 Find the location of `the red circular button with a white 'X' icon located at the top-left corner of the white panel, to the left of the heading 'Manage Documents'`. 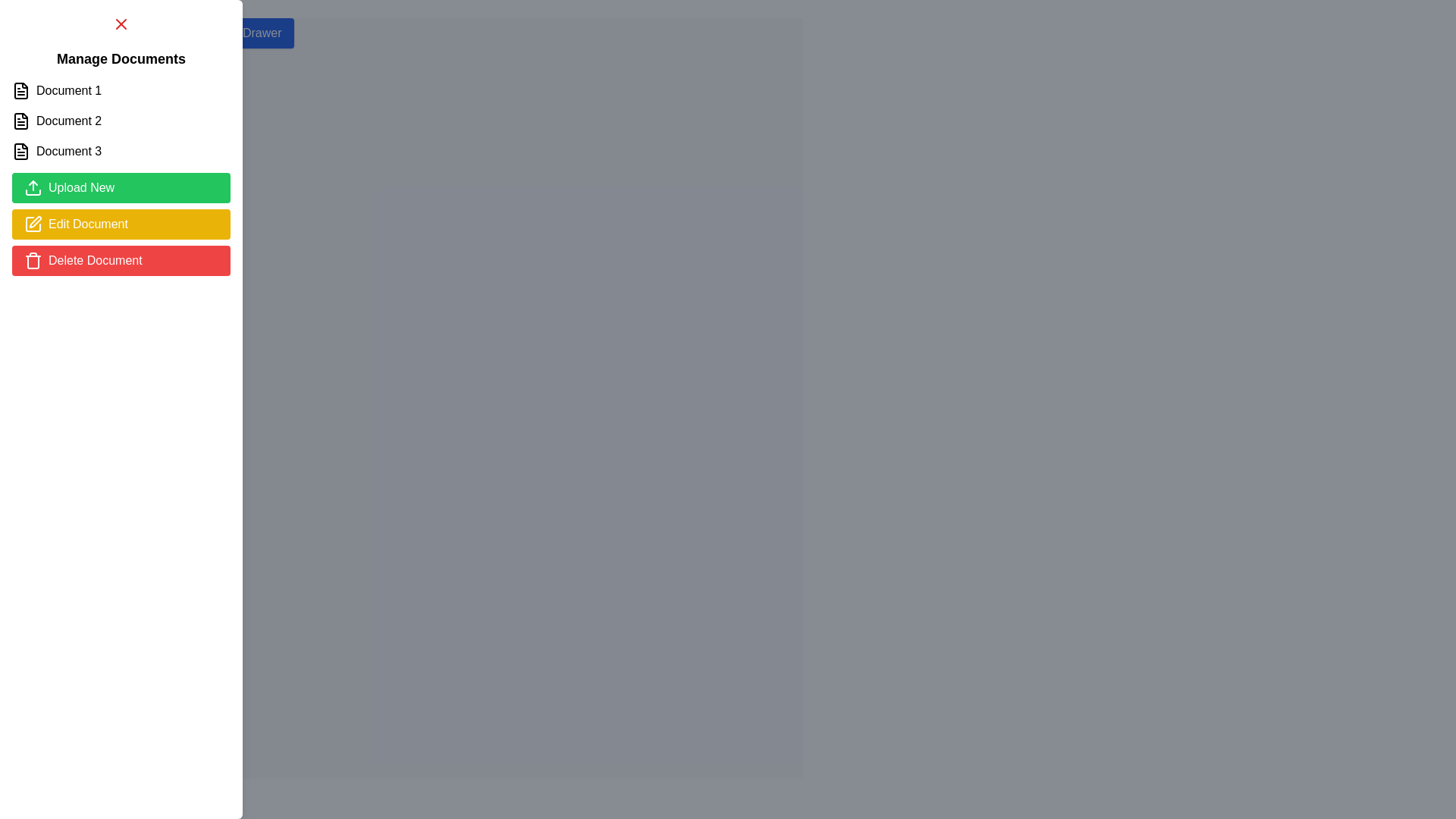

the red circular button with a white 'X' icon located at the top-left corner of the white panel, to the left of the heading 'Manage Documents' is located at coordinates (120, 24).